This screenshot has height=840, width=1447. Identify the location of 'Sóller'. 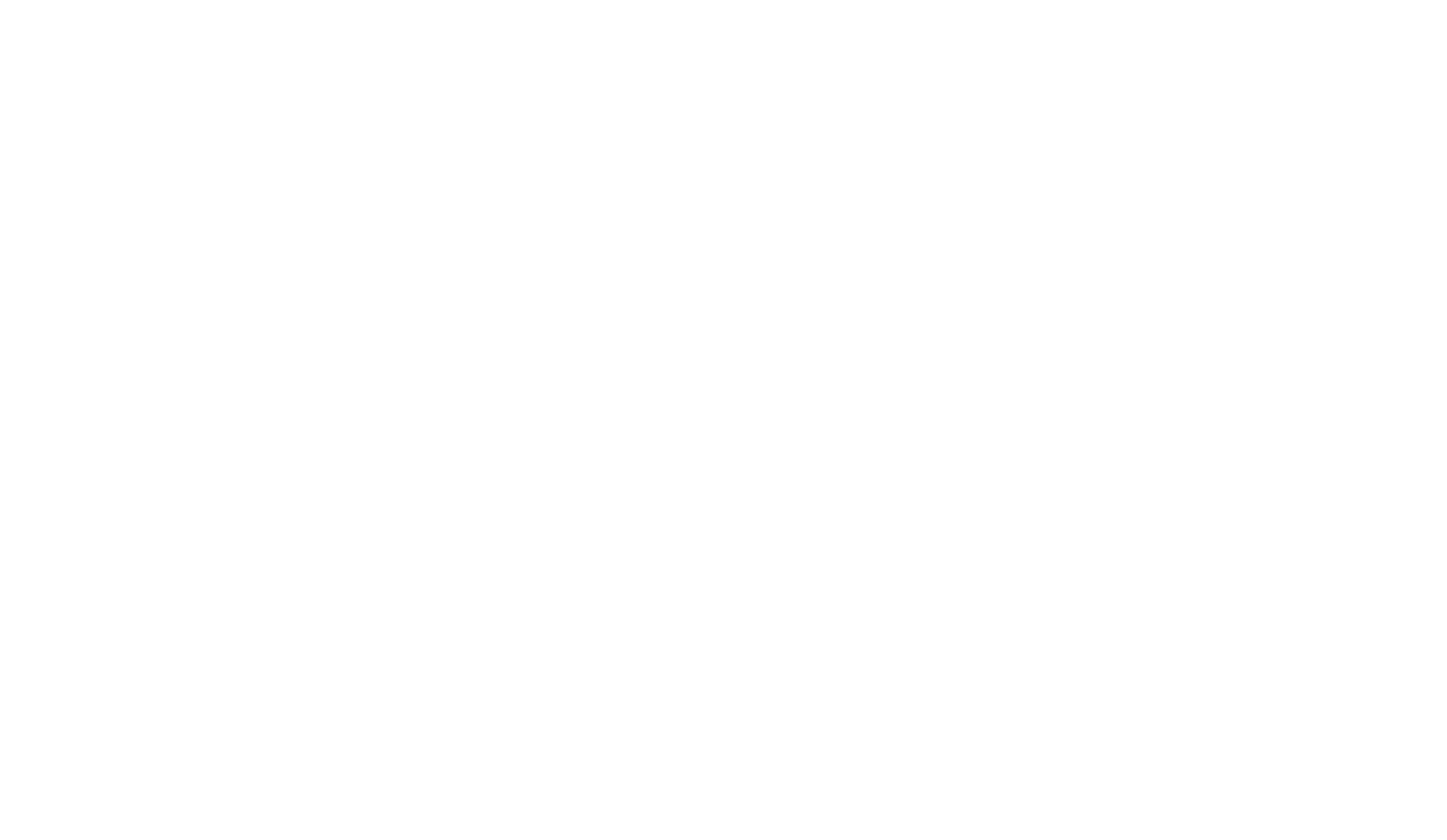
(722, 382).